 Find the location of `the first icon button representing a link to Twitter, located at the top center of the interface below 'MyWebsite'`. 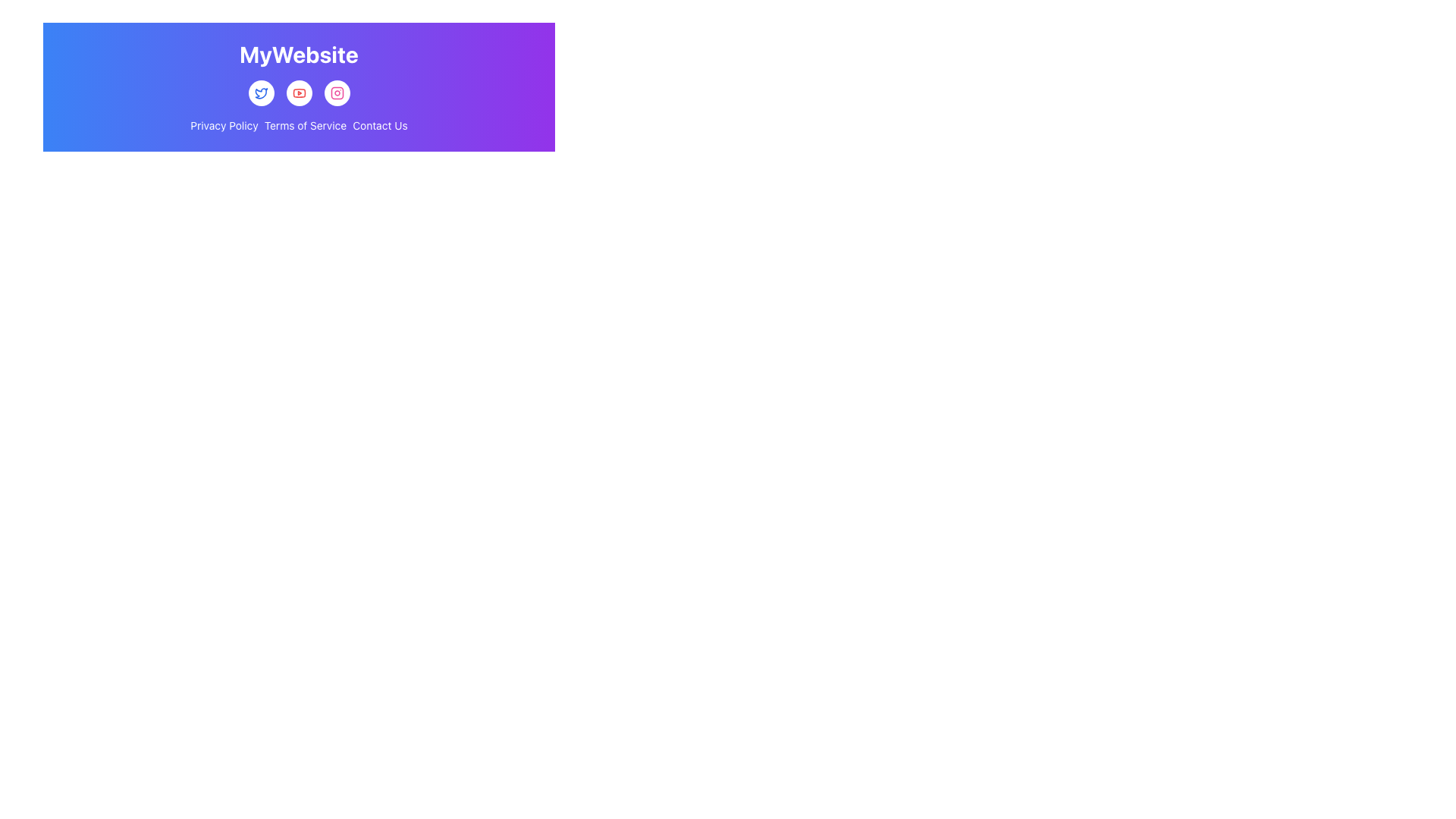

the first icon button representing a link to Twitter, located at the top center of the interface below 'MyWebsite' is located at coordinates (261, 93).